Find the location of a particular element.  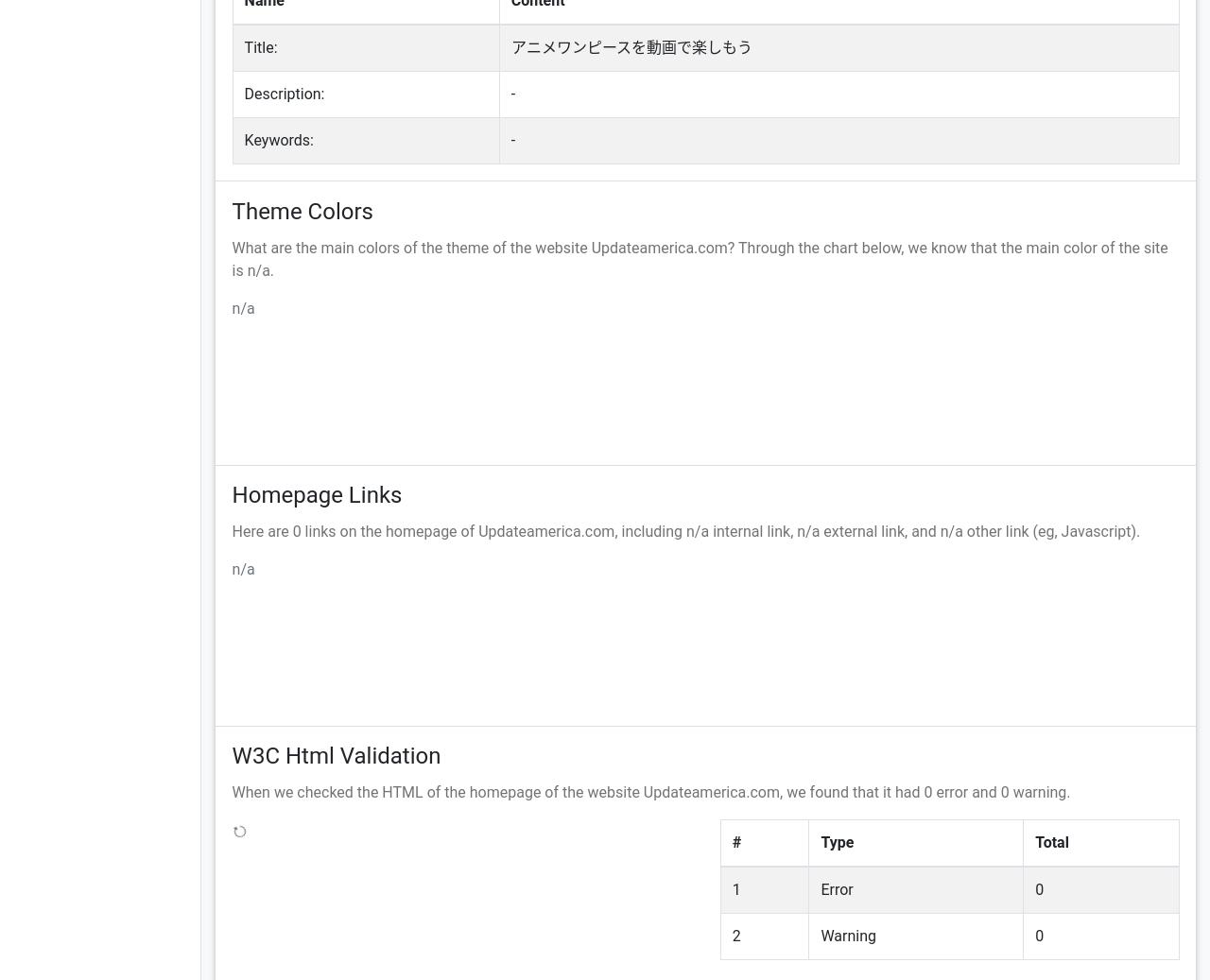

'W3C Html Validation' is located at coordinates (336, 756).